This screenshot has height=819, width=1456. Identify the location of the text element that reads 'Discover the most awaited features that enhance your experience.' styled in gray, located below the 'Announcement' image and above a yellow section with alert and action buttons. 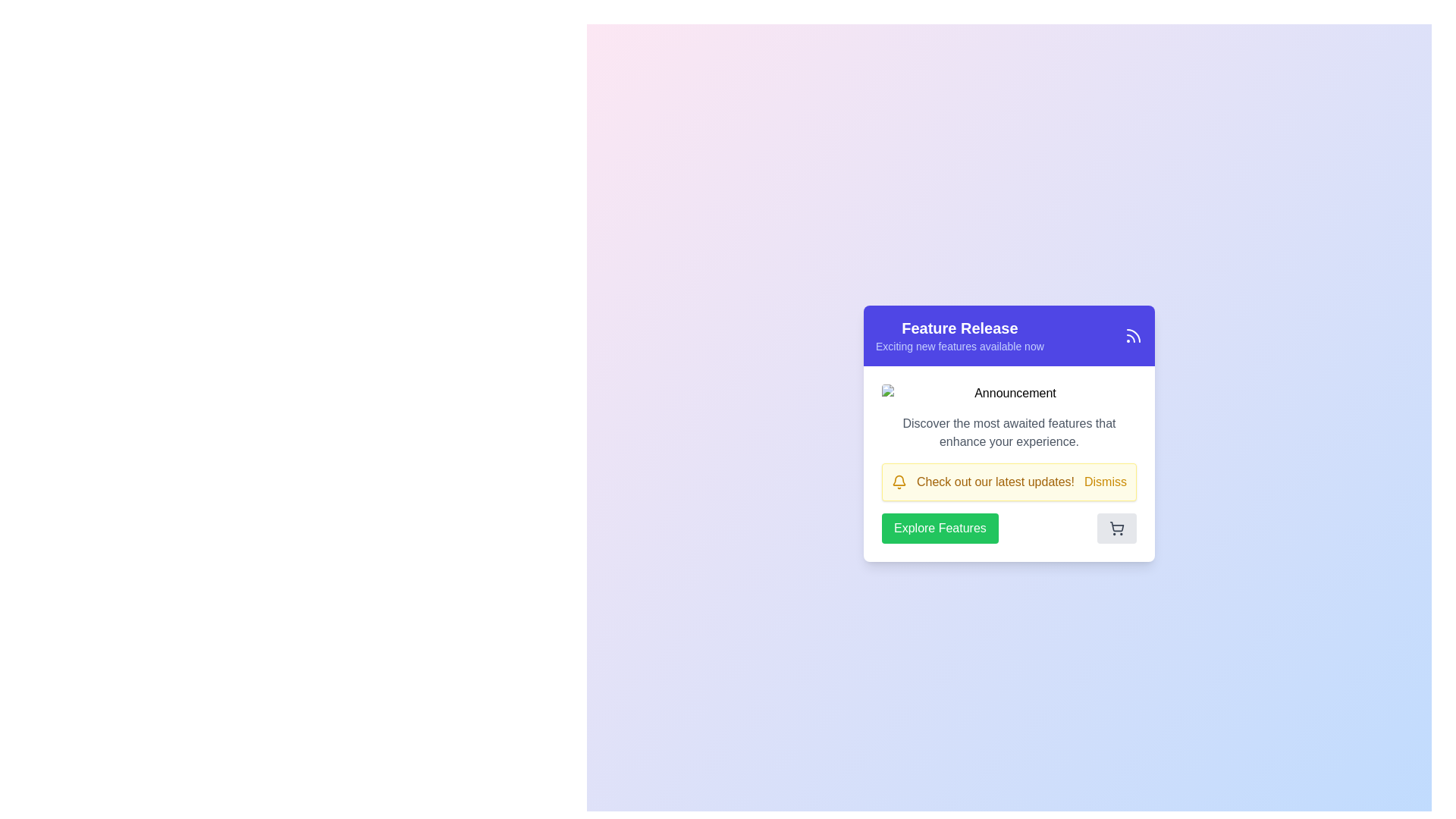
(1009, 432).